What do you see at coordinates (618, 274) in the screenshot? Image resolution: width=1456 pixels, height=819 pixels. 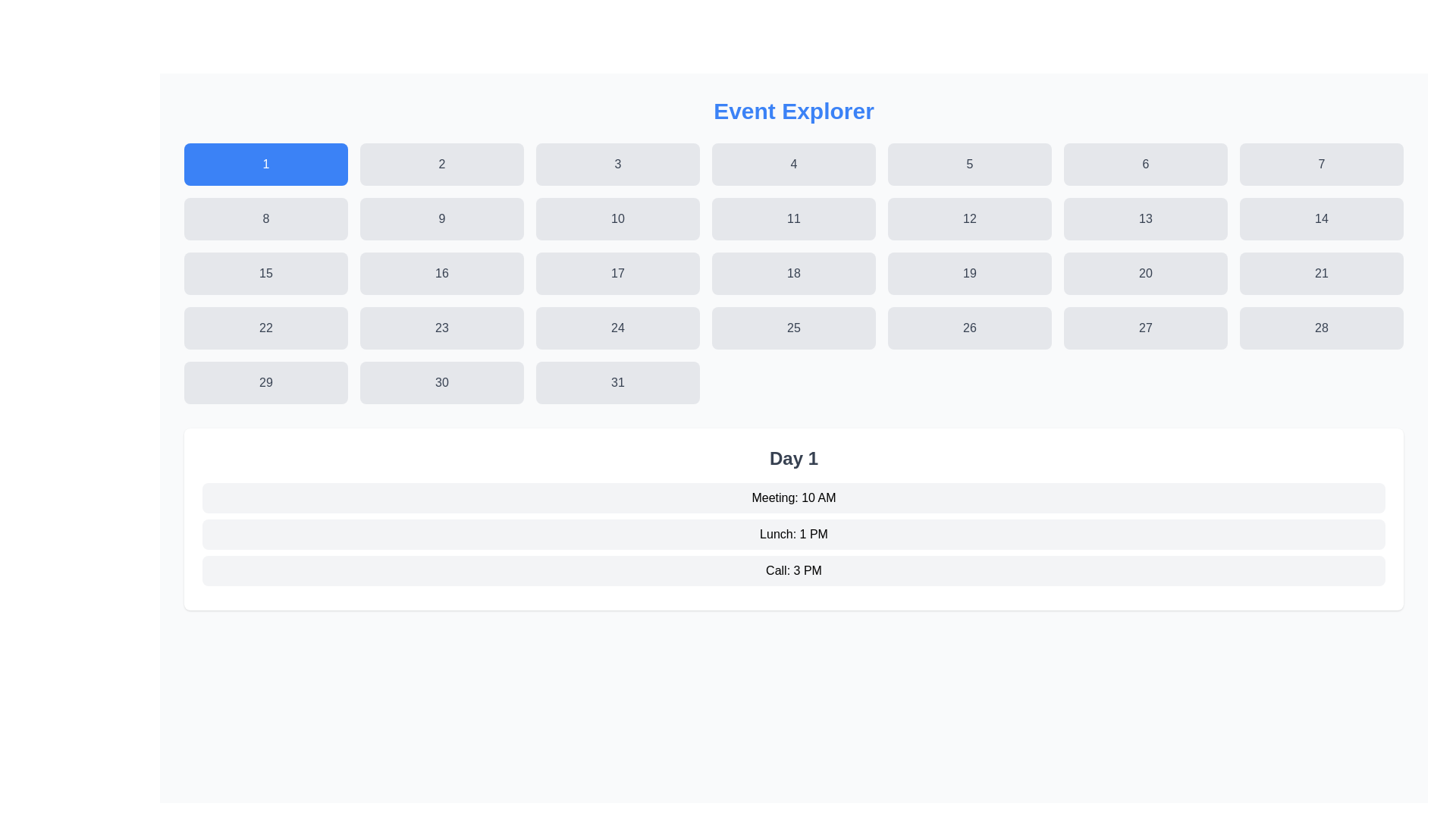 I see `the rectangular button labeled '17' with a light gray background and dark gray font` at bounding box center [618, 274].